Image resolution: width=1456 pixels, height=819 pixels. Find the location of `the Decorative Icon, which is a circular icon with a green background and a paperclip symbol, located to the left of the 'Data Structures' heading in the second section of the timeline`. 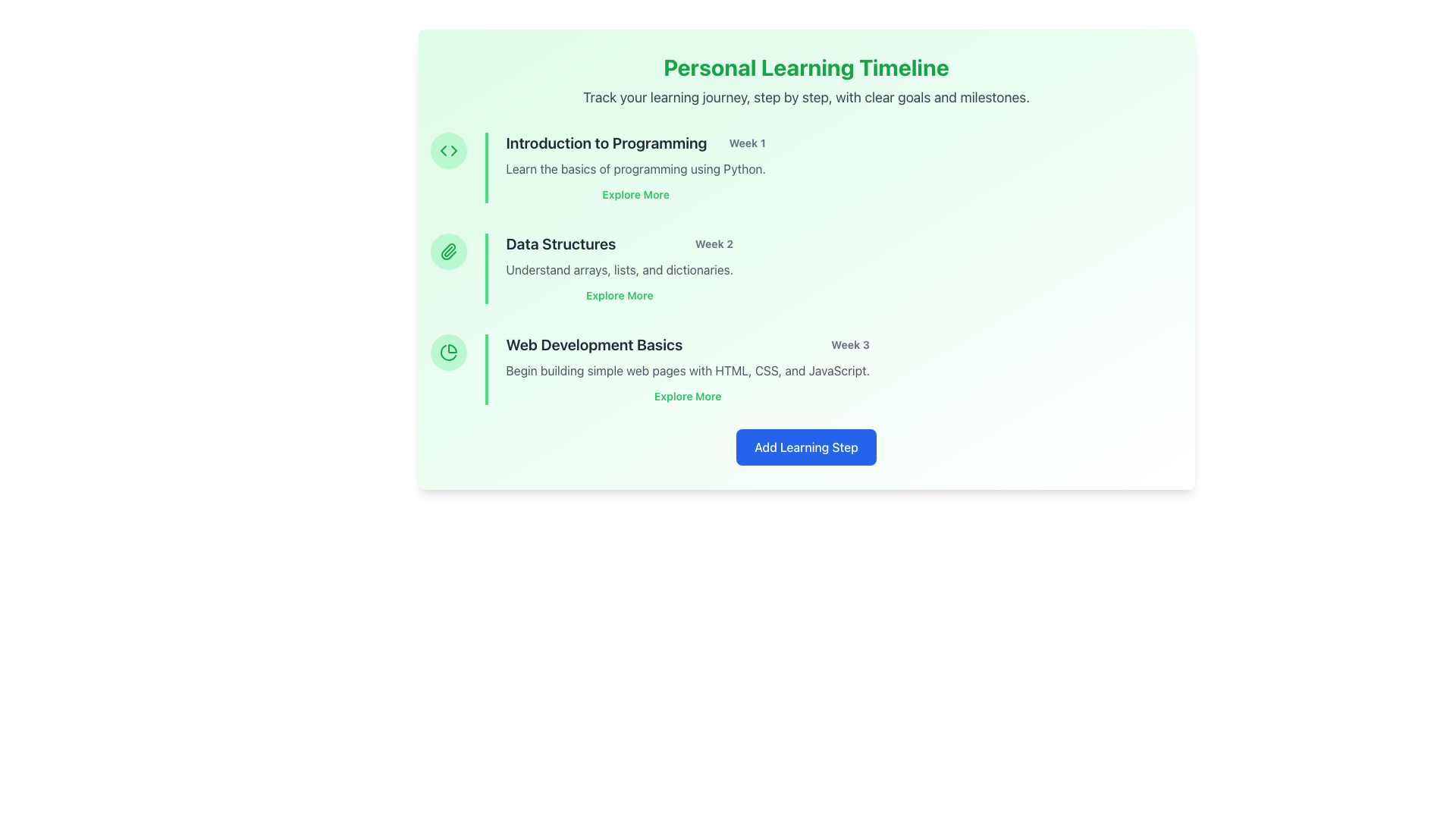

the Decorative Icon, which is a circular icon with a green background and a paperclip symbol, located to the left of the 'Data Structures' heading in the second section of the timeline is located at coordinates (447, 250).